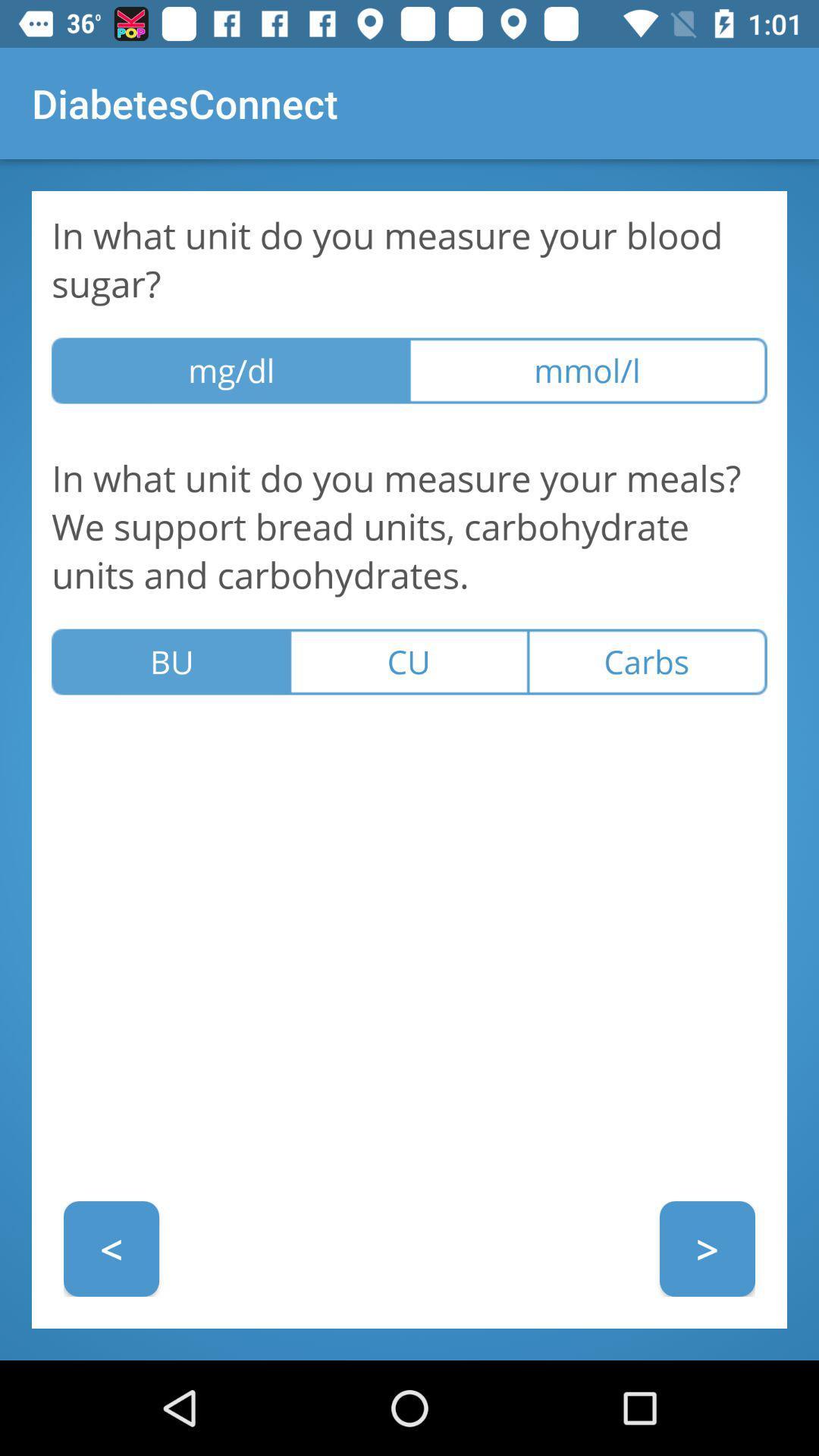 This screenshot has width=819, height=1456. What do you see at coordinates (408, 662) in the screenshot?
I see `icon below in what unit` at bounding box center [408, 662].